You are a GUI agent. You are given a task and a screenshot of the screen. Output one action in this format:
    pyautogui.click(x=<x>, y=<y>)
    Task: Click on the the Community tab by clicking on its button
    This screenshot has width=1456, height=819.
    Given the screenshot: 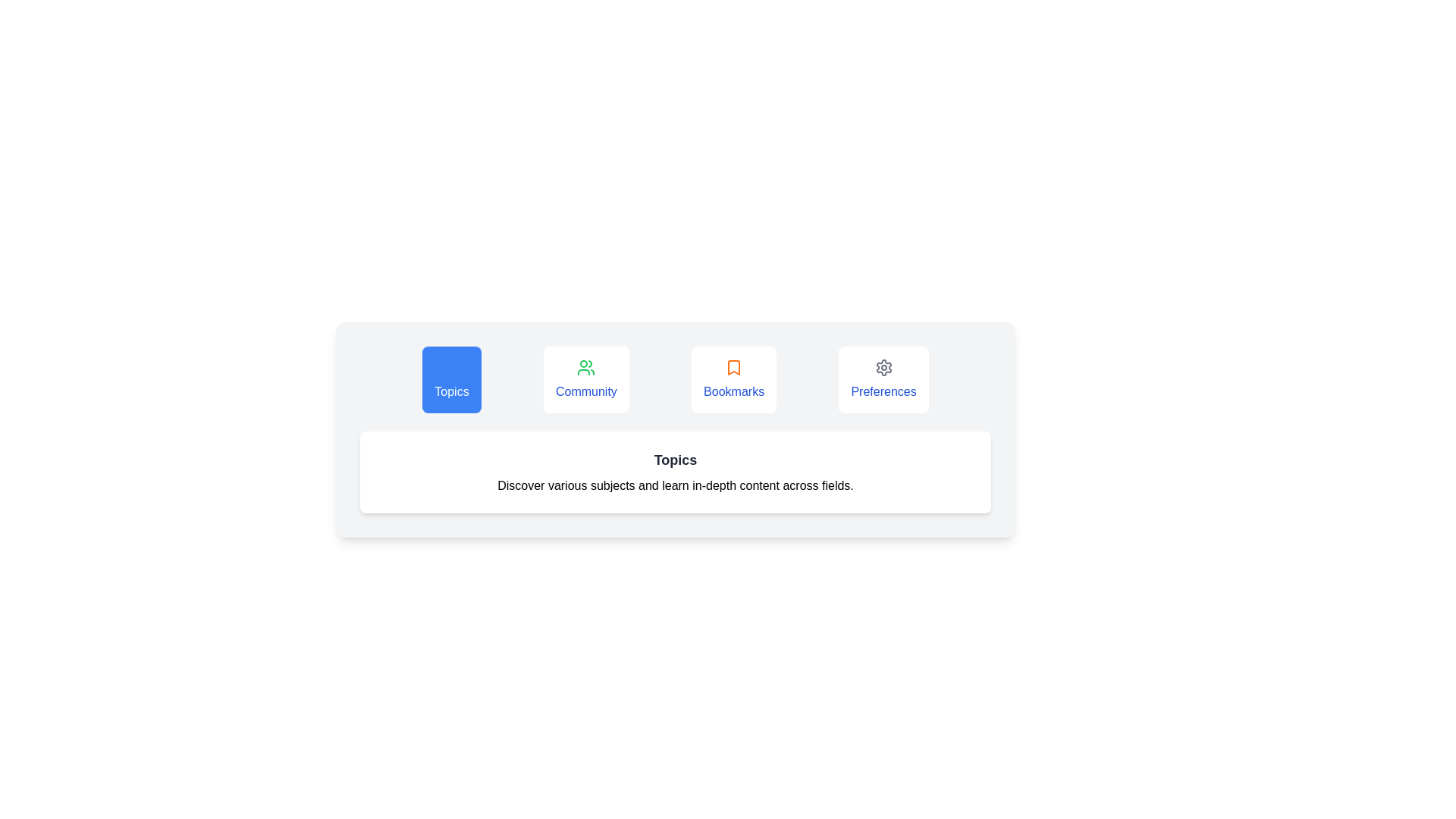 What is the action you would take?
    pyautogui.click(x=585, y=379)
    